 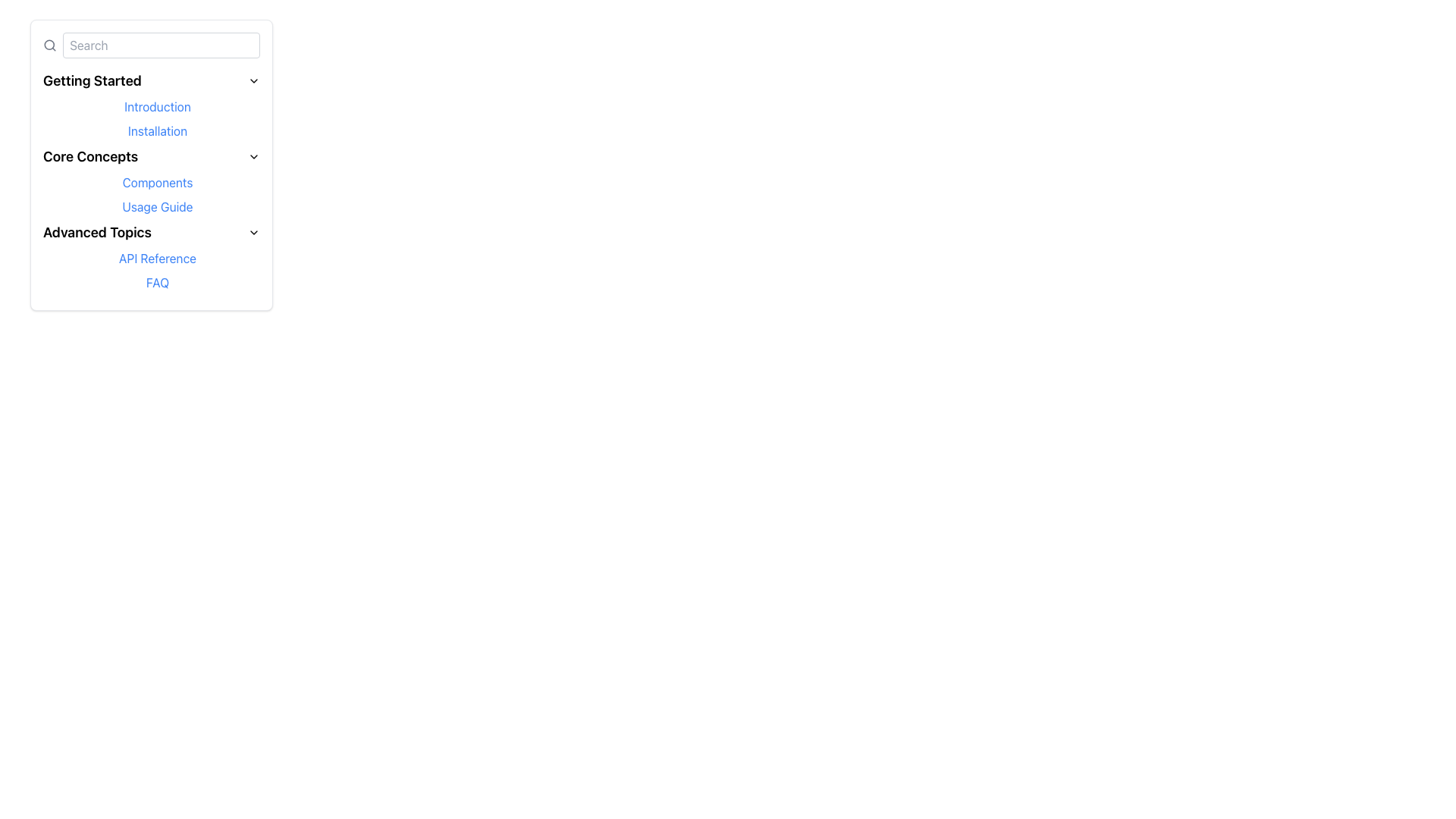 What do you see at coordinates (152, 104) in the screenshot?
I see `the 'Introduction' link in the Dropdown submenu located under the 'Getting Started' section in the left panel for navigation` at bounding box center [152, 104].